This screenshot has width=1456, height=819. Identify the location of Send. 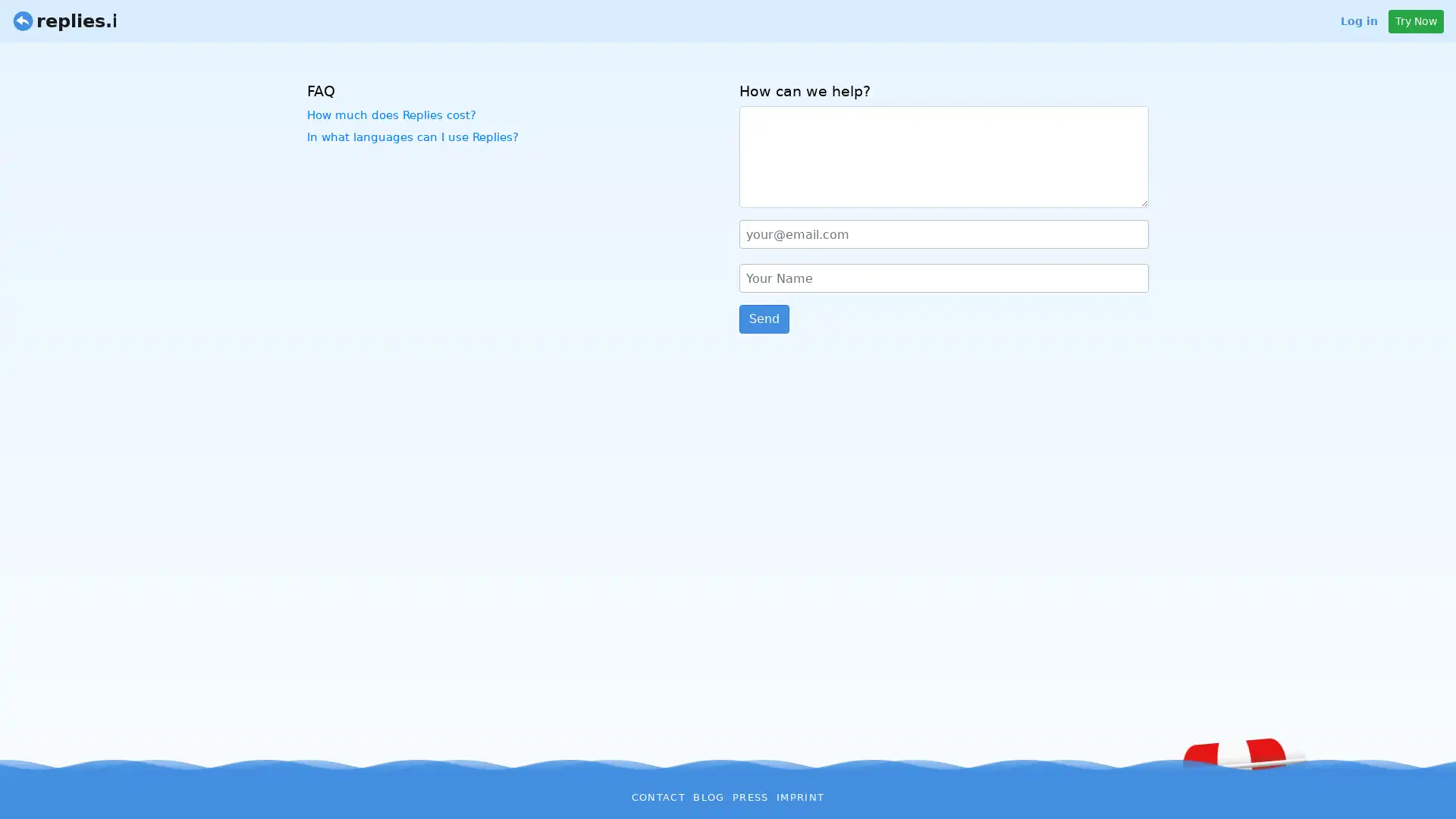
(764, 318).